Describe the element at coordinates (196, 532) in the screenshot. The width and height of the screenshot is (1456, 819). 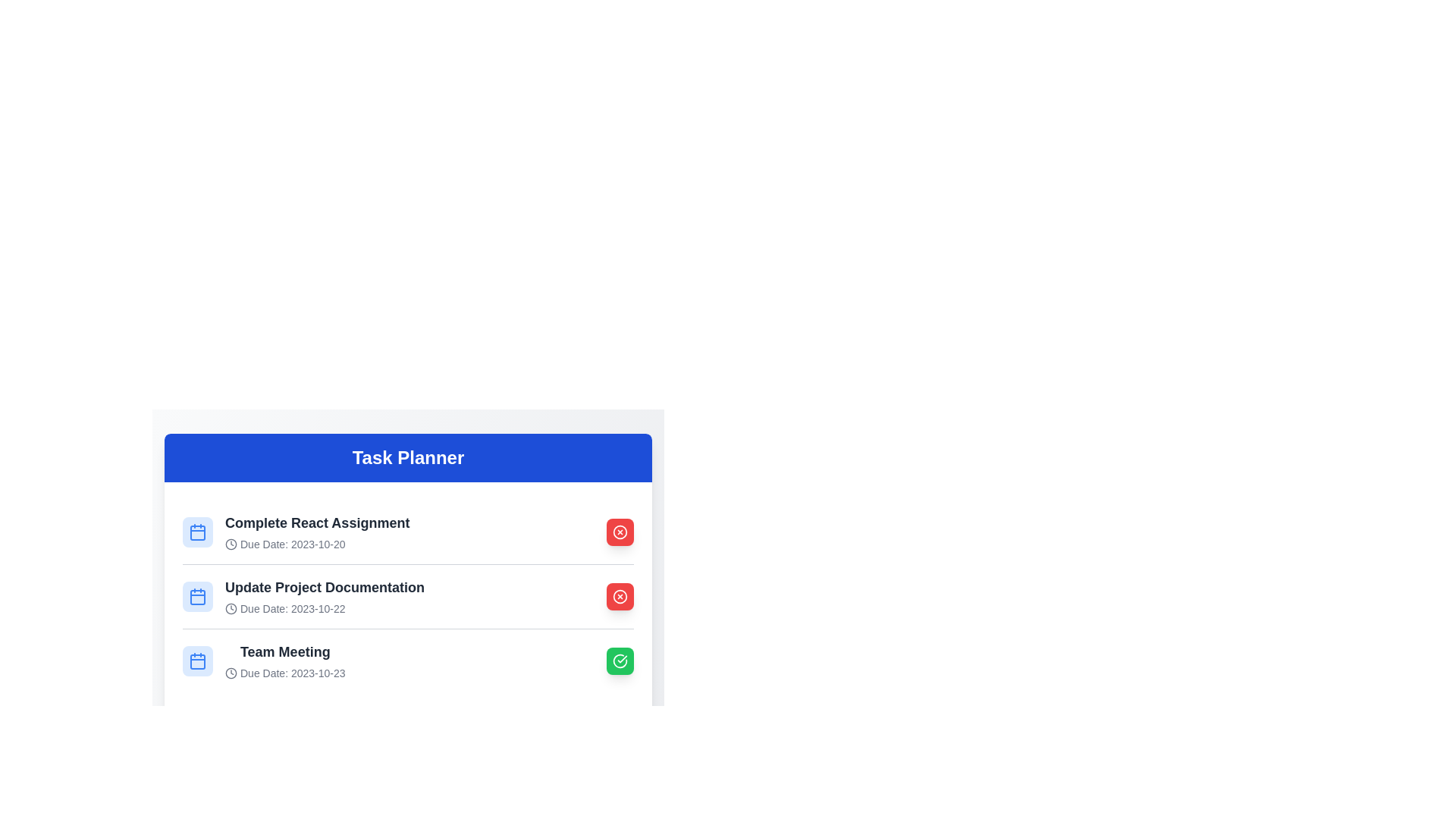
I see `the calendar icon located to the left of the task titled 'Complete React Assignment'` at that location.